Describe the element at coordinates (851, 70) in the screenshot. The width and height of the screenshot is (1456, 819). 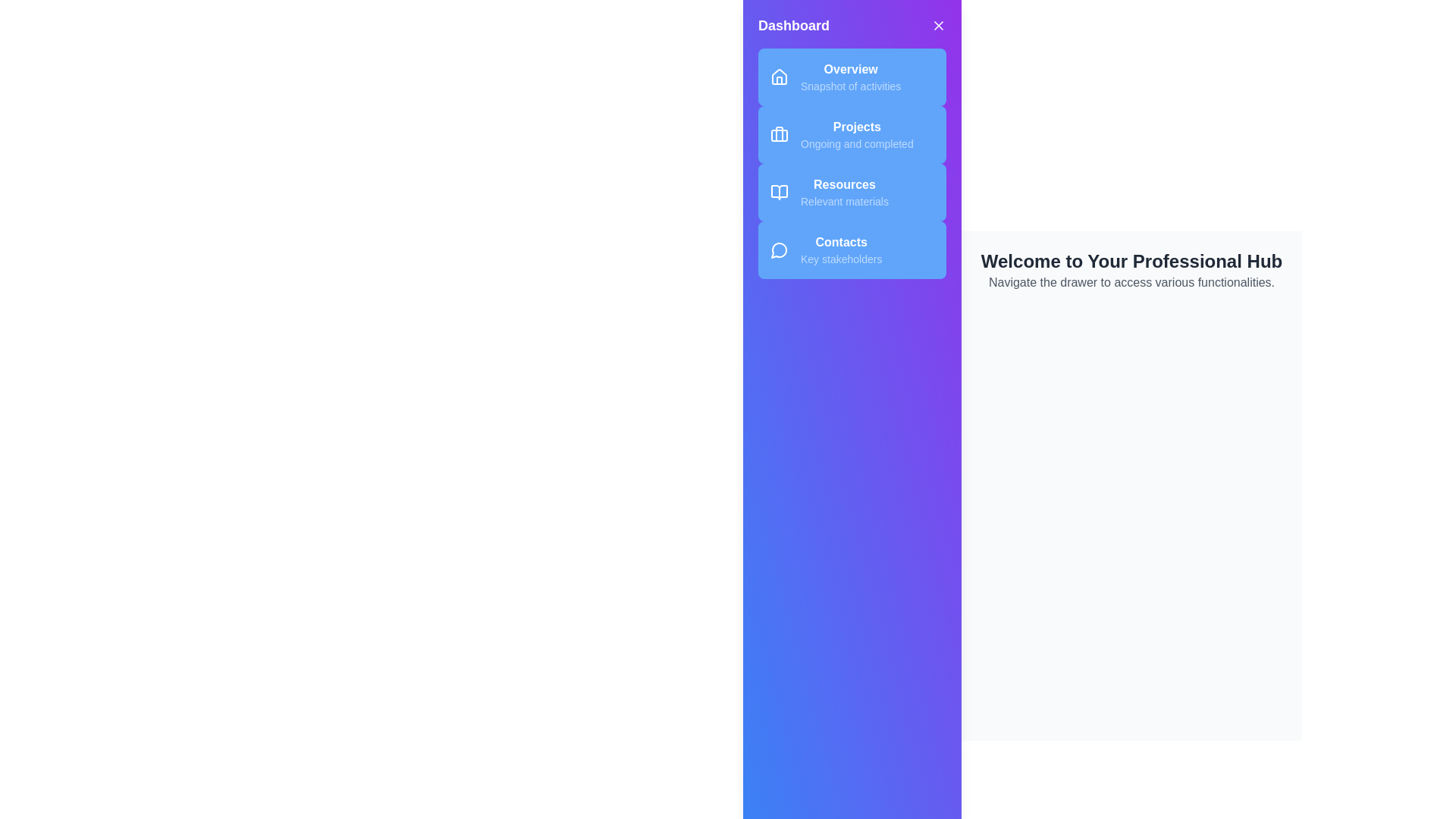
I see `the text element labeled Overview to interact with it` at that location.